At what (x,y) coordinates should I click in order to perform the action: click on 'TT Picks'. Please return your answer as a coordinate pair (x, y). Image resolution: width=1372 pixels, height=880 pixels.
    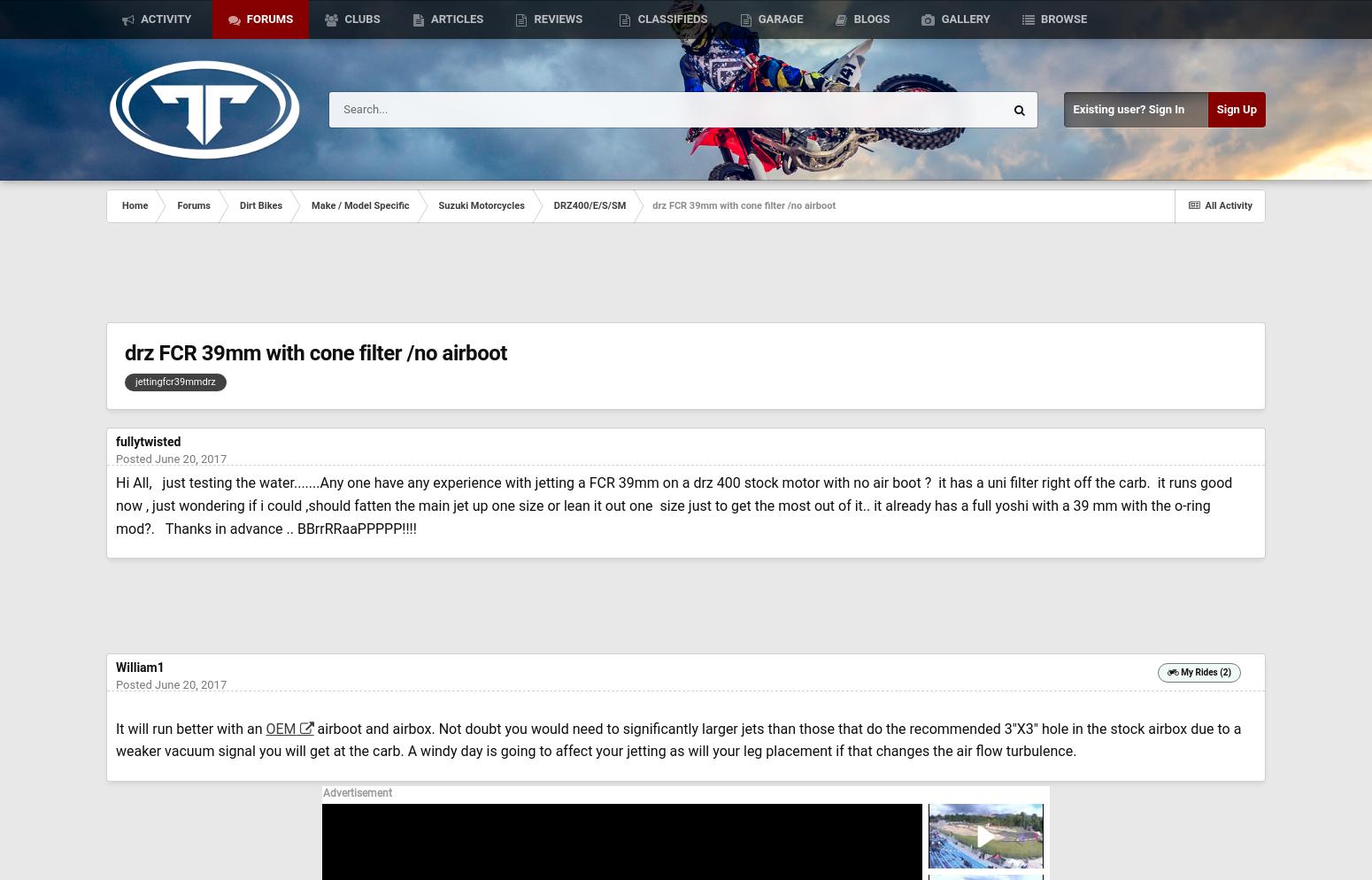
    Looking at the image, I should click on (166, 101).